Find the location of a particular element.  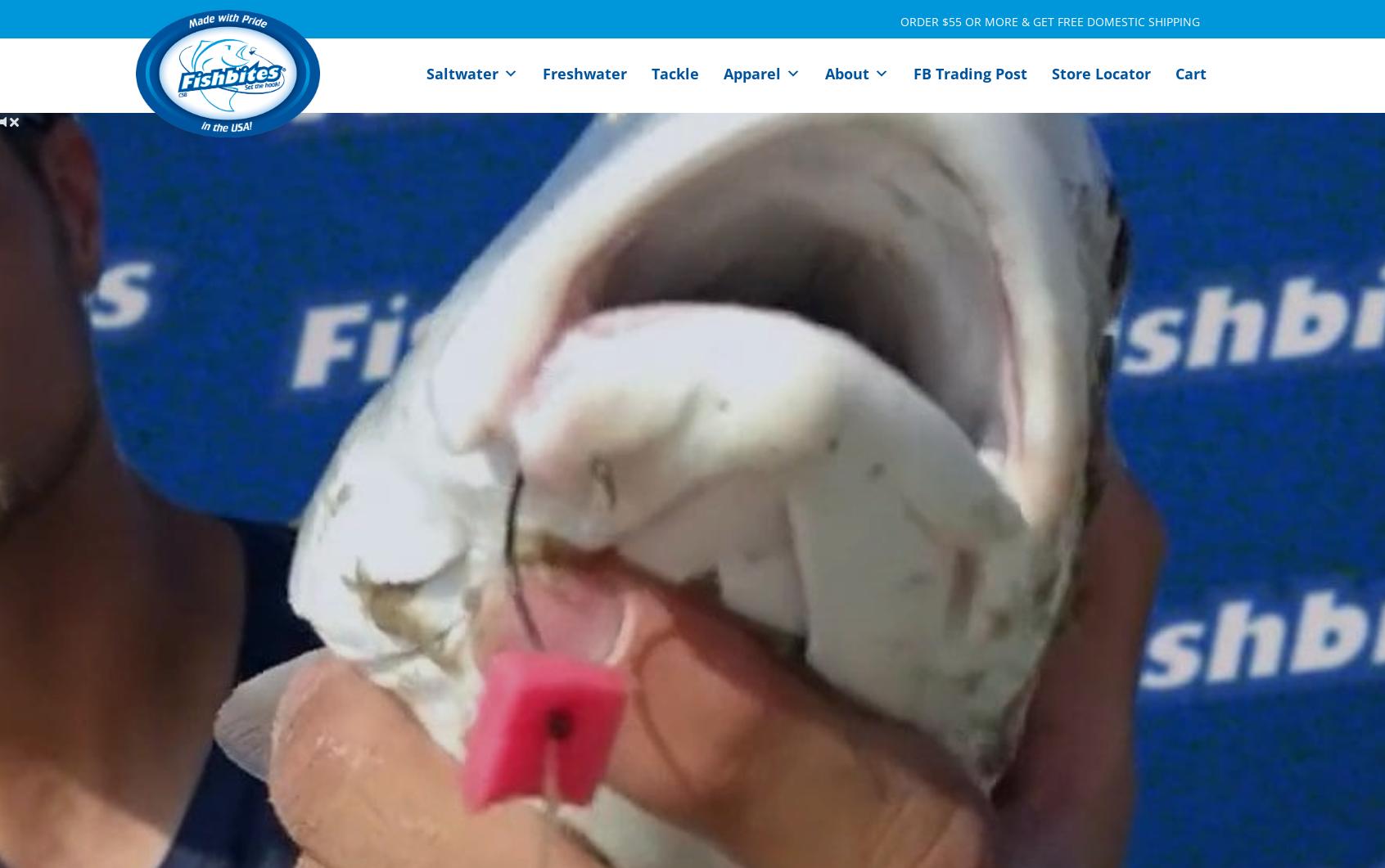

'Tackle' is located at coordinates (675, 73).